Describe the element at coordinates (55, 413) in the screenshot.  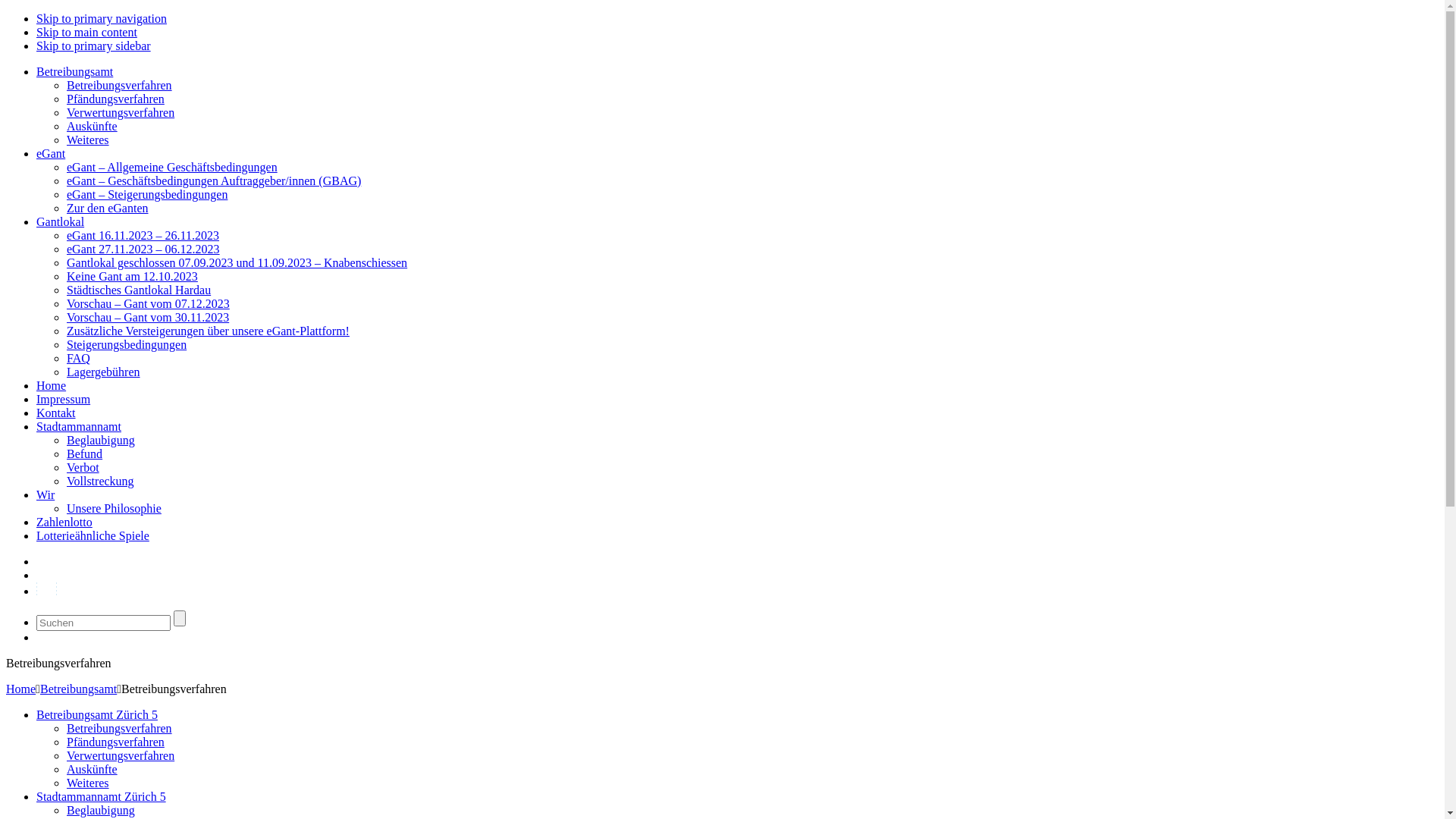
I see `'Kontakt'` at that location.